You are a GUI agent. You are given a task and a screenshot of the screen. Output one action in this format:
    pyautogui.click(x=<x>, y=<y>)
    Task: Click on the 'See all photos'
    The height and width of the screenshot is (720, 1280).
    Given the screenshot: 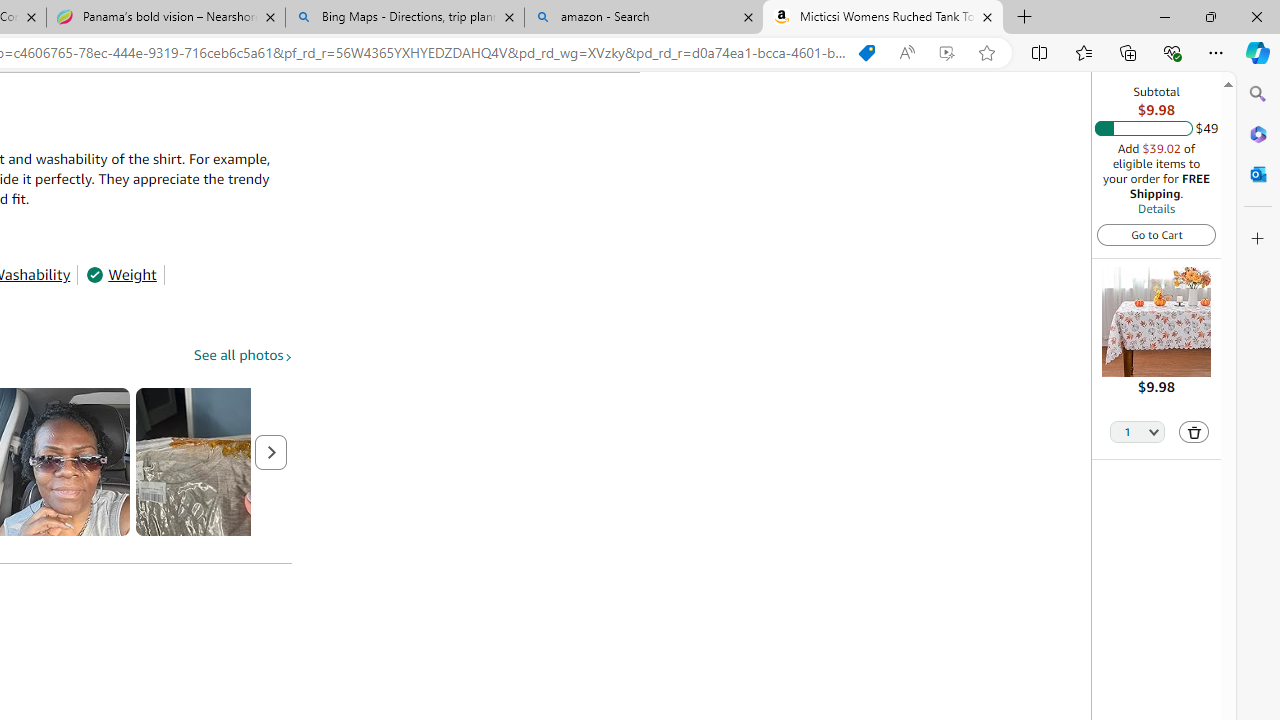 What is the action you would take?
    pyautogui.click(x=242, y=354)
    